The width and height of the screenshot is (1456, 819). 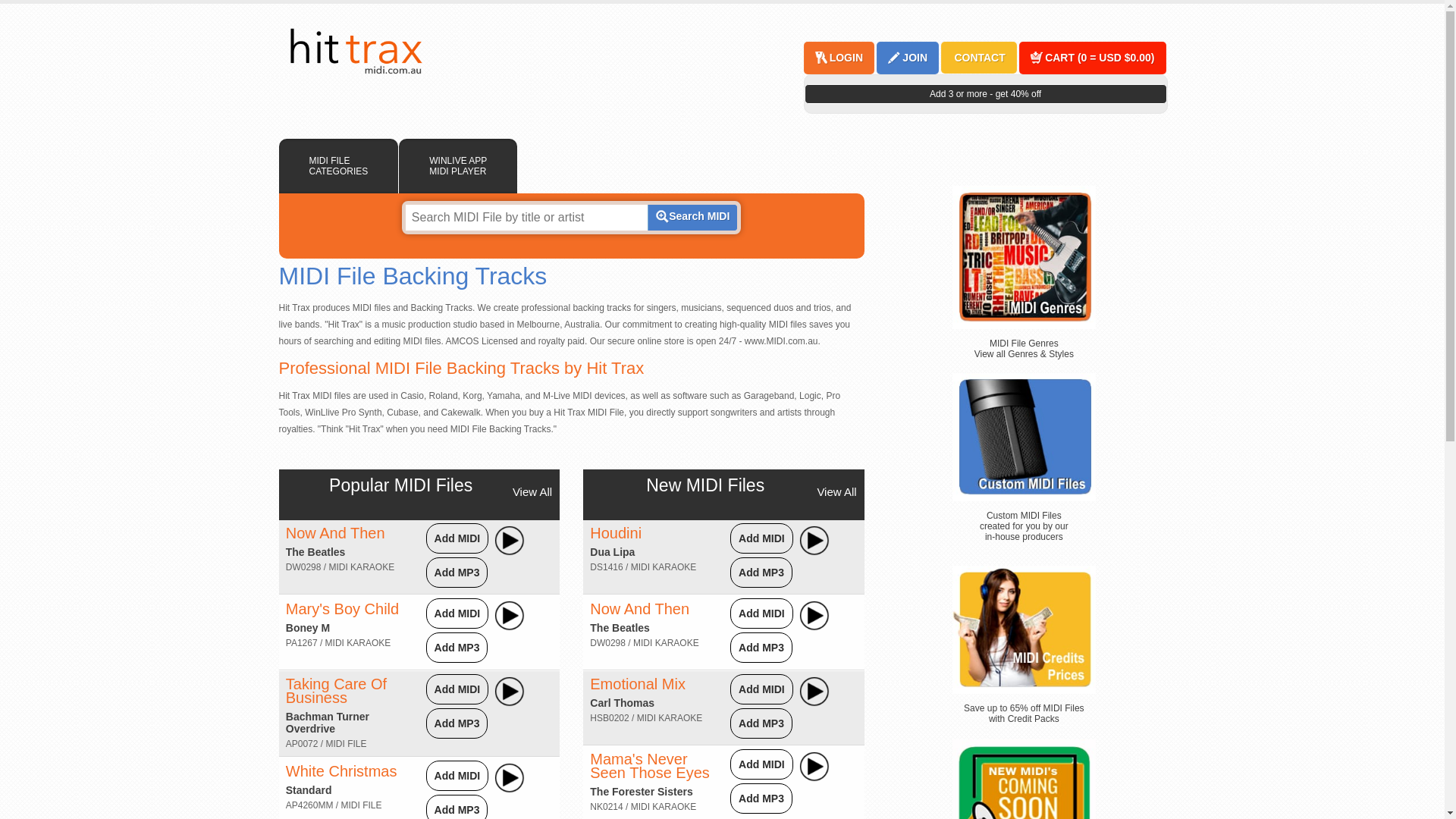 What do you see at coordinates (354, 51) in the screenshot?
I see `'MIDI Files Backing Tracks'` at bounding box center [354, 51].